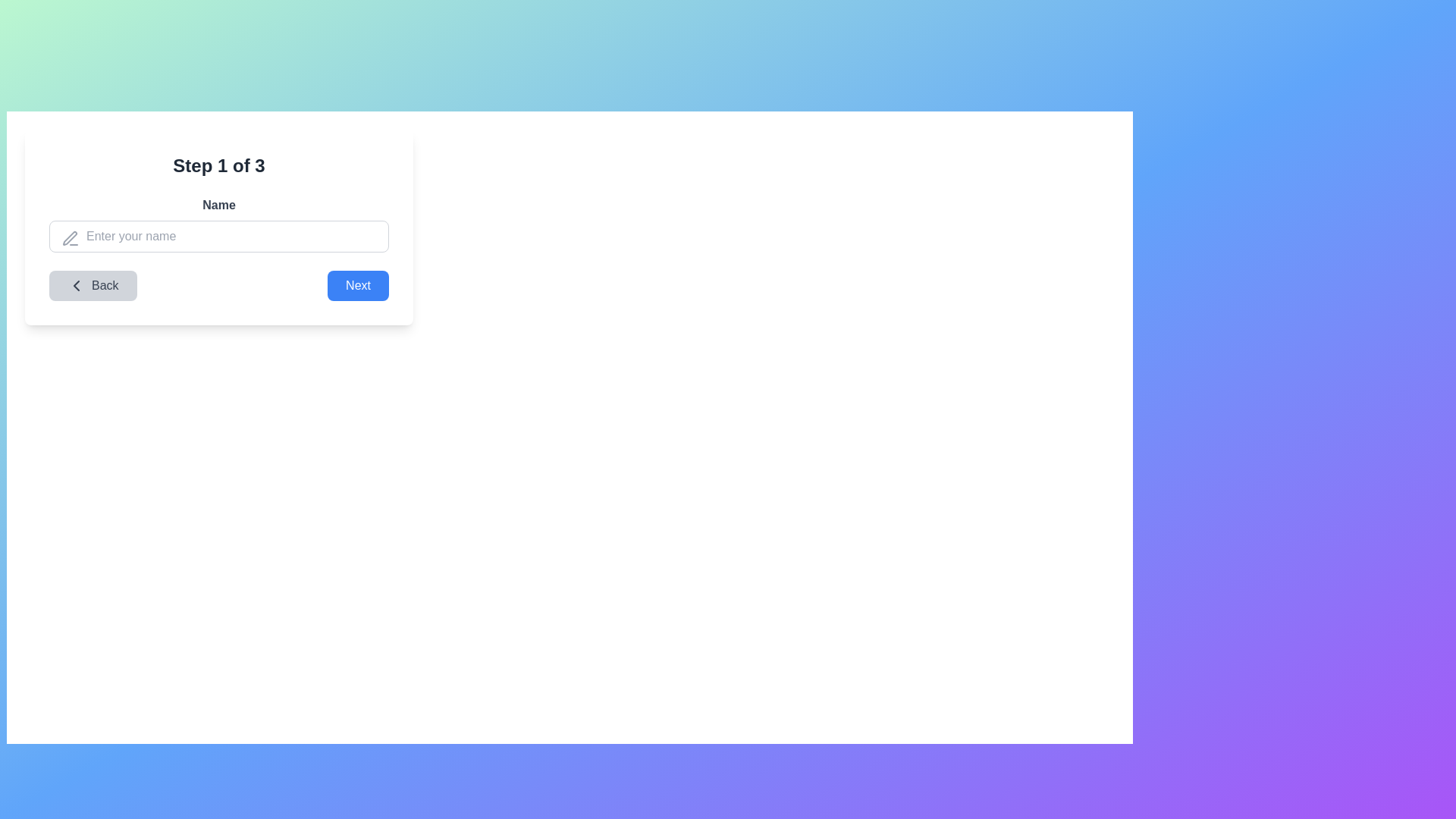 This screenshot has height=819, width=1456. What do you see at coordinates (218, 224) in the screenshot?
I see `the labeled input field for entering the user's name, positioned below 'Step 1 of 3' and above the navigation buttons 'Back' and 'Next'` at bounding box center [218, 224].